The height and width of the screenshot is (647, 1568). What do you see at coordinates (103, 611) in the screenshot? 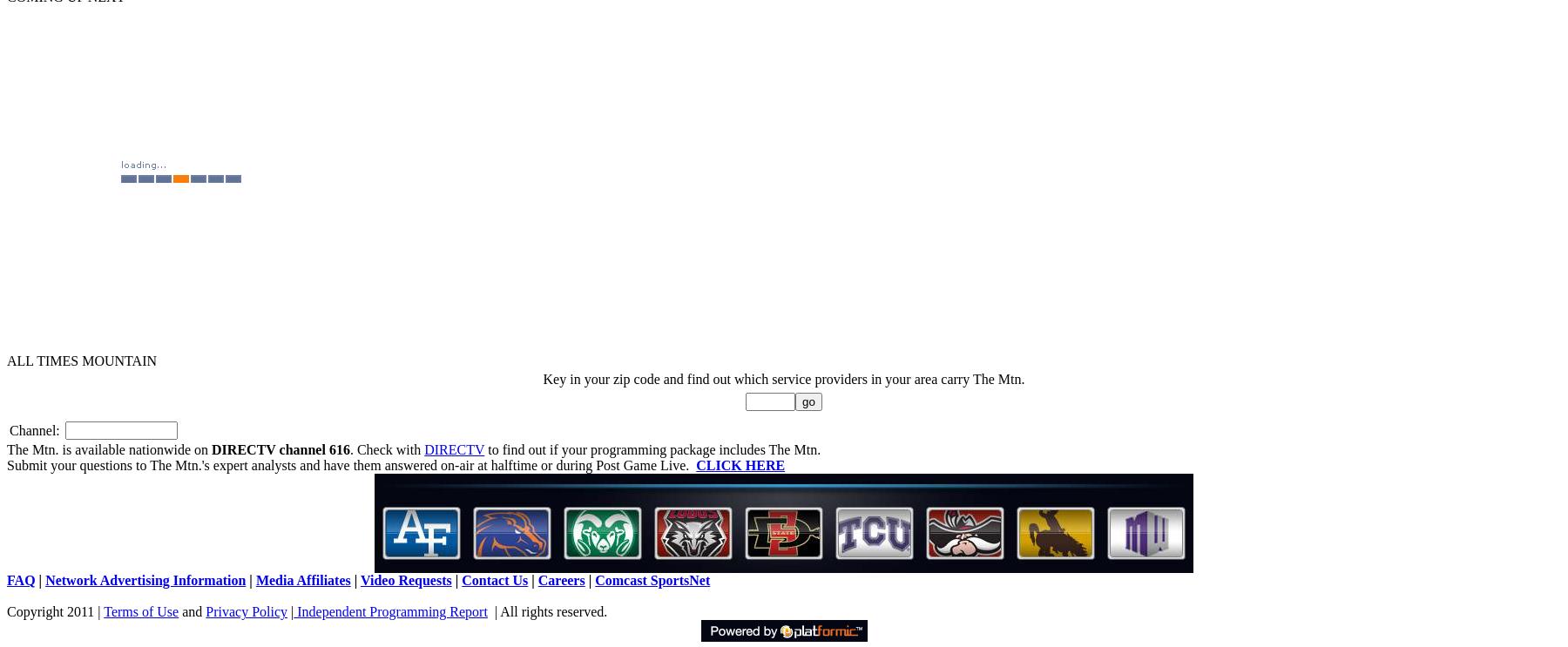
I see `'Terms of Use'` at bounding box center [103, 611].